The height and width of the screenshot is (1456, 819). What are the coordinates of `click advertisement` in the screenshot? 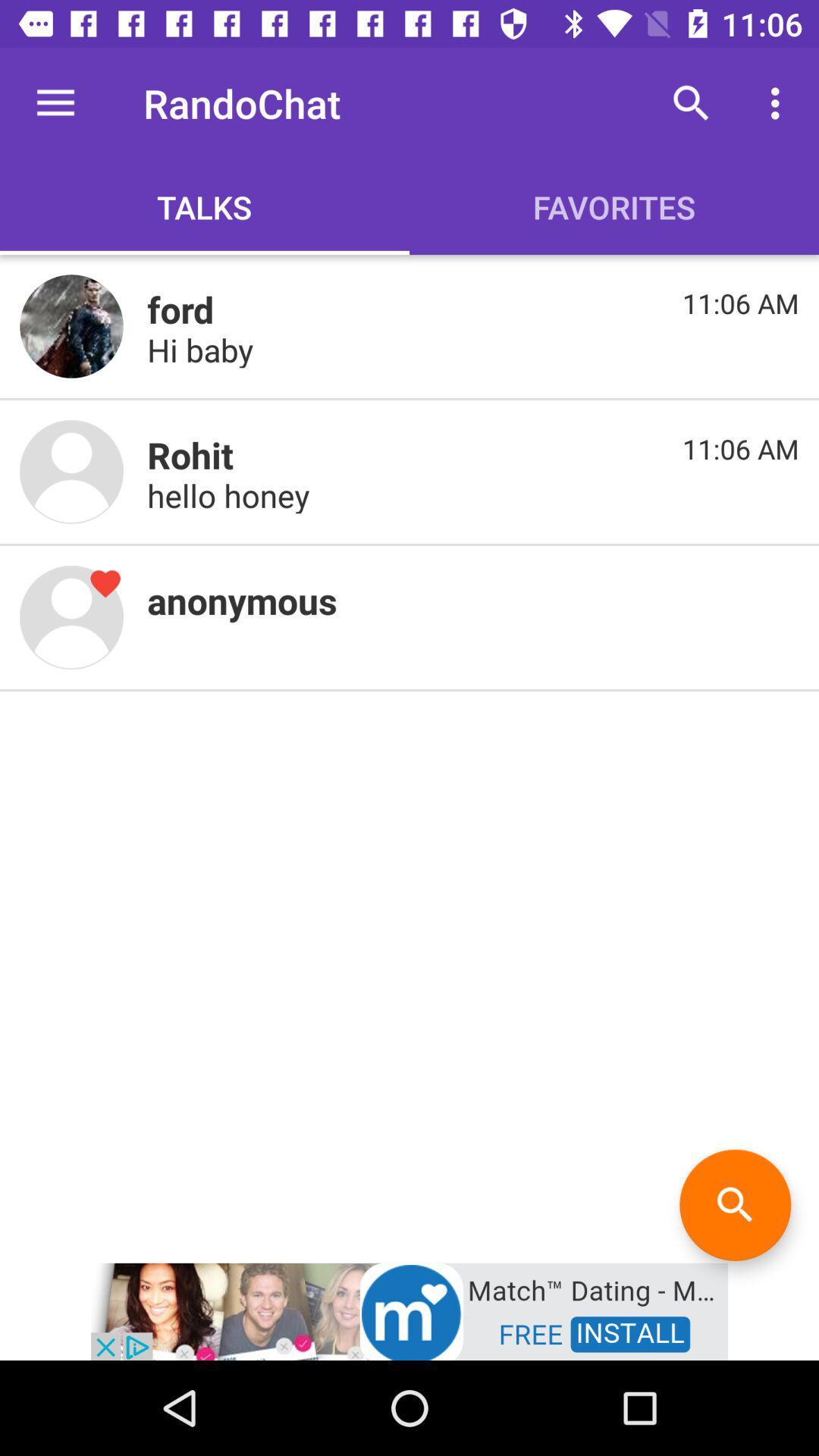 It's located at (409, 1310).